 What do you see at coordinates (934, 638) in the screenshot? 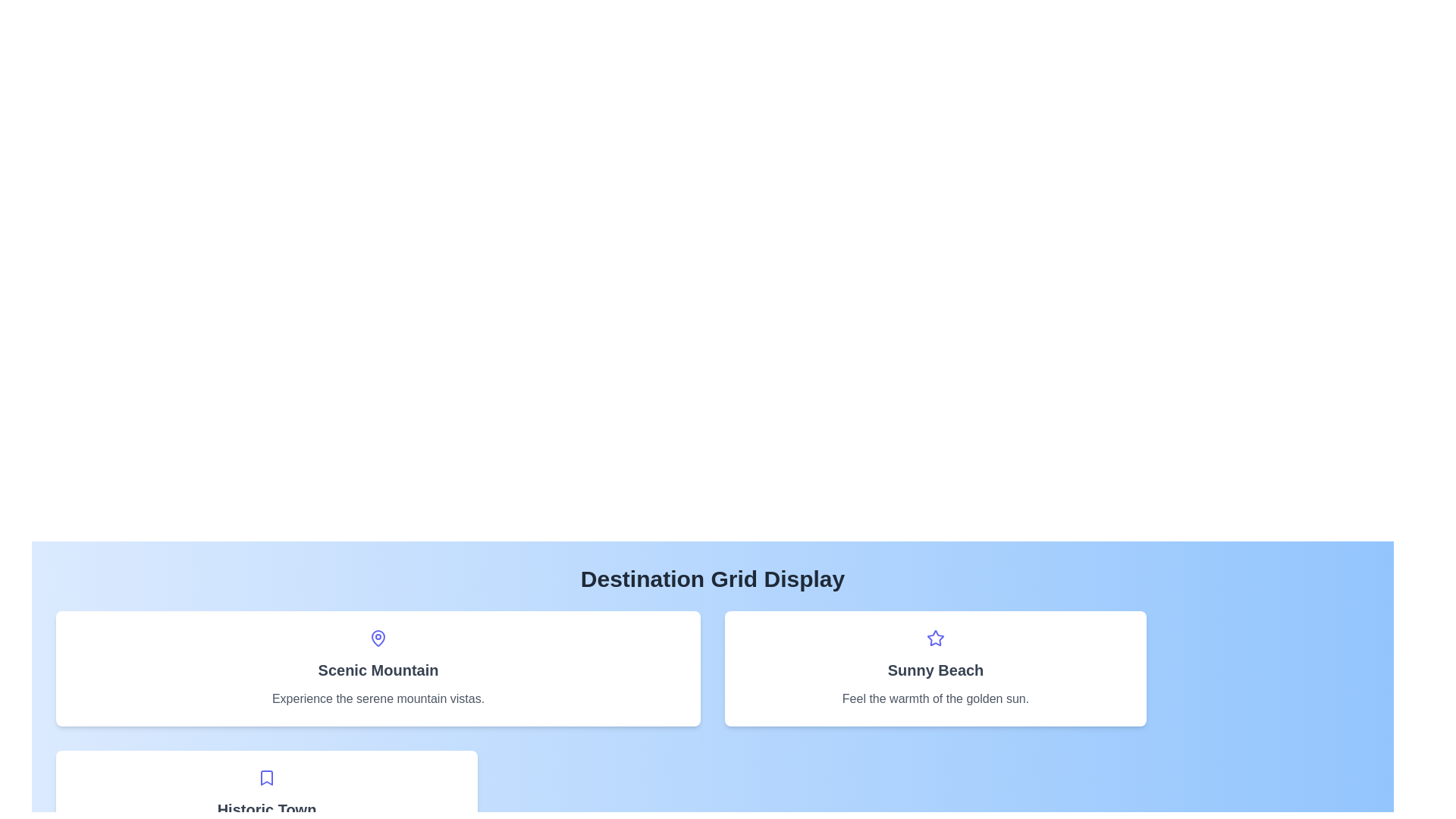
I see `the star icon with an indigo blue outline located centrally within the 'Sunny Beach' section, which focuses on the tagline 'Feel the warmth of the golden sun.'` at bounding box center [934, 638].